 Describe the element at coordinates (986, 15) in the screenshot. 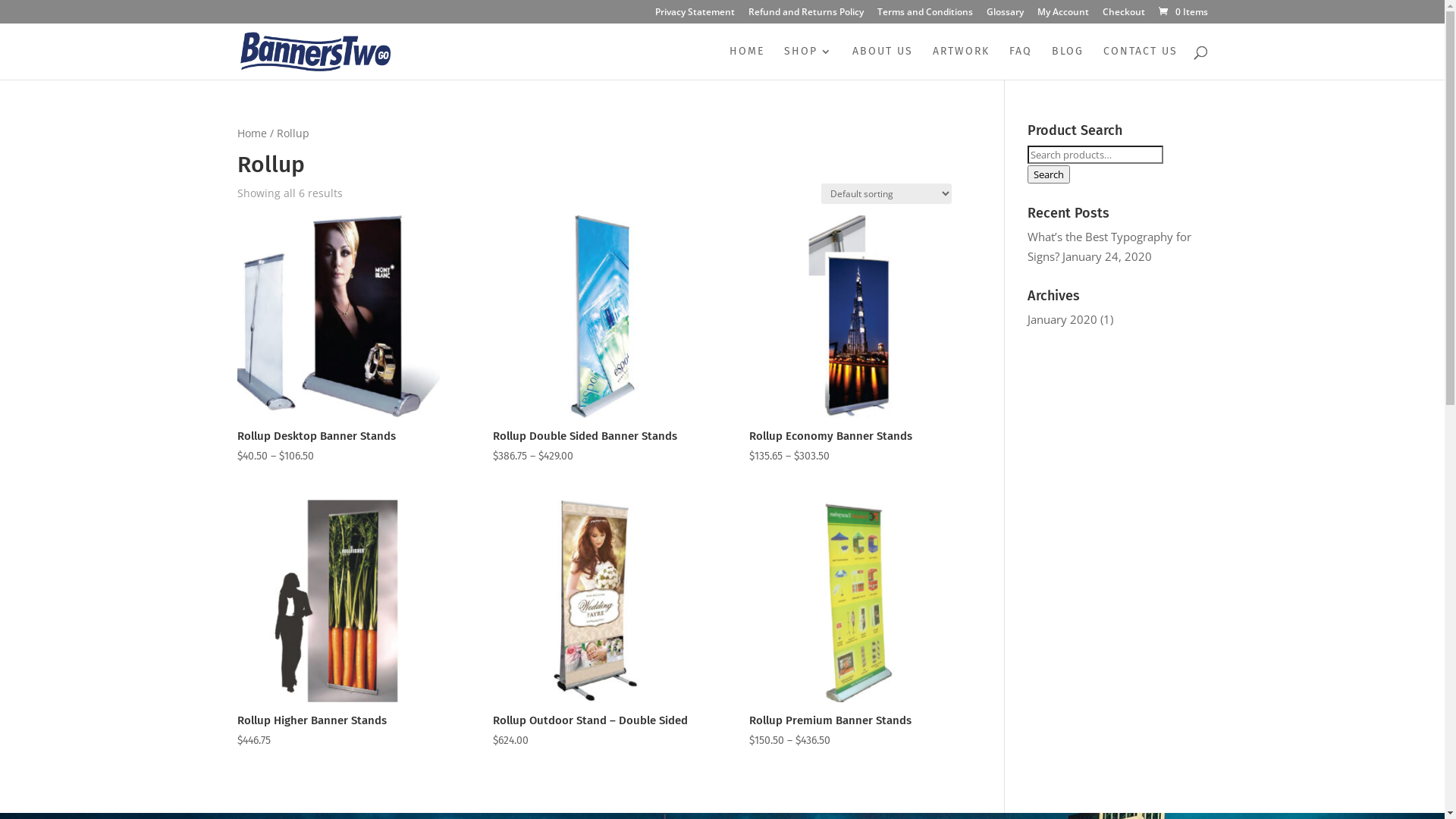

I see `'Glossary'` at that location.